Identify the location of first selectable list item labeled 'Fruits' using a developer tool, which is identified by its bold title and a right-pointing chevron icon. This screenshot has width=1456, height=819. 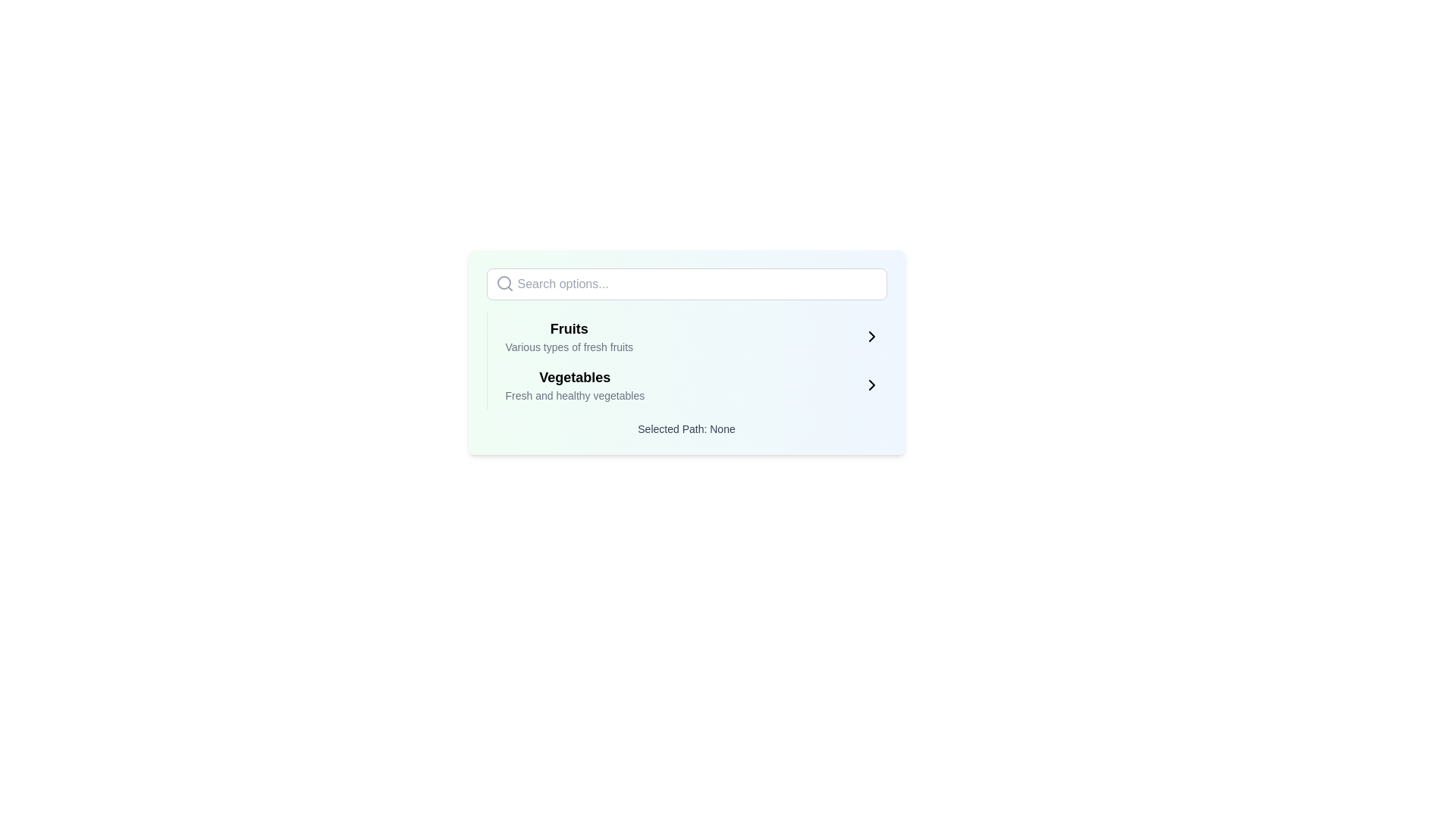
(692, 335).